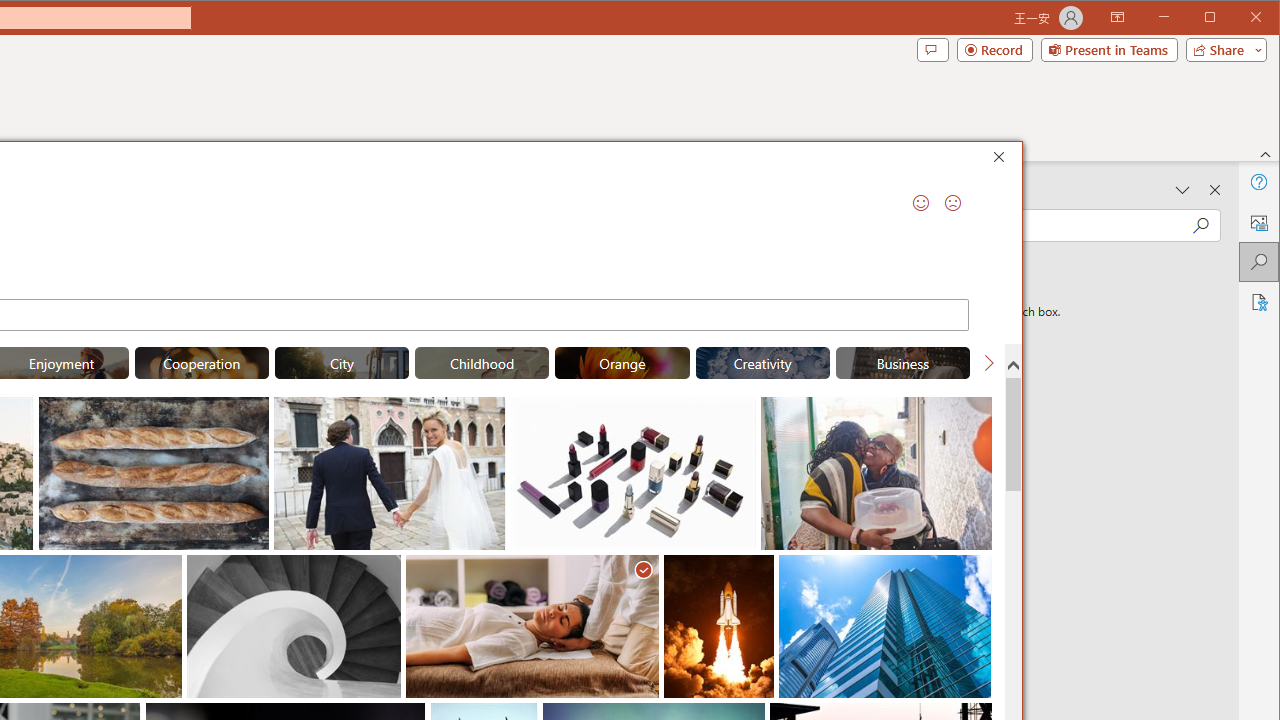  I want to click on 'Send a Smile', so click(919, 203).